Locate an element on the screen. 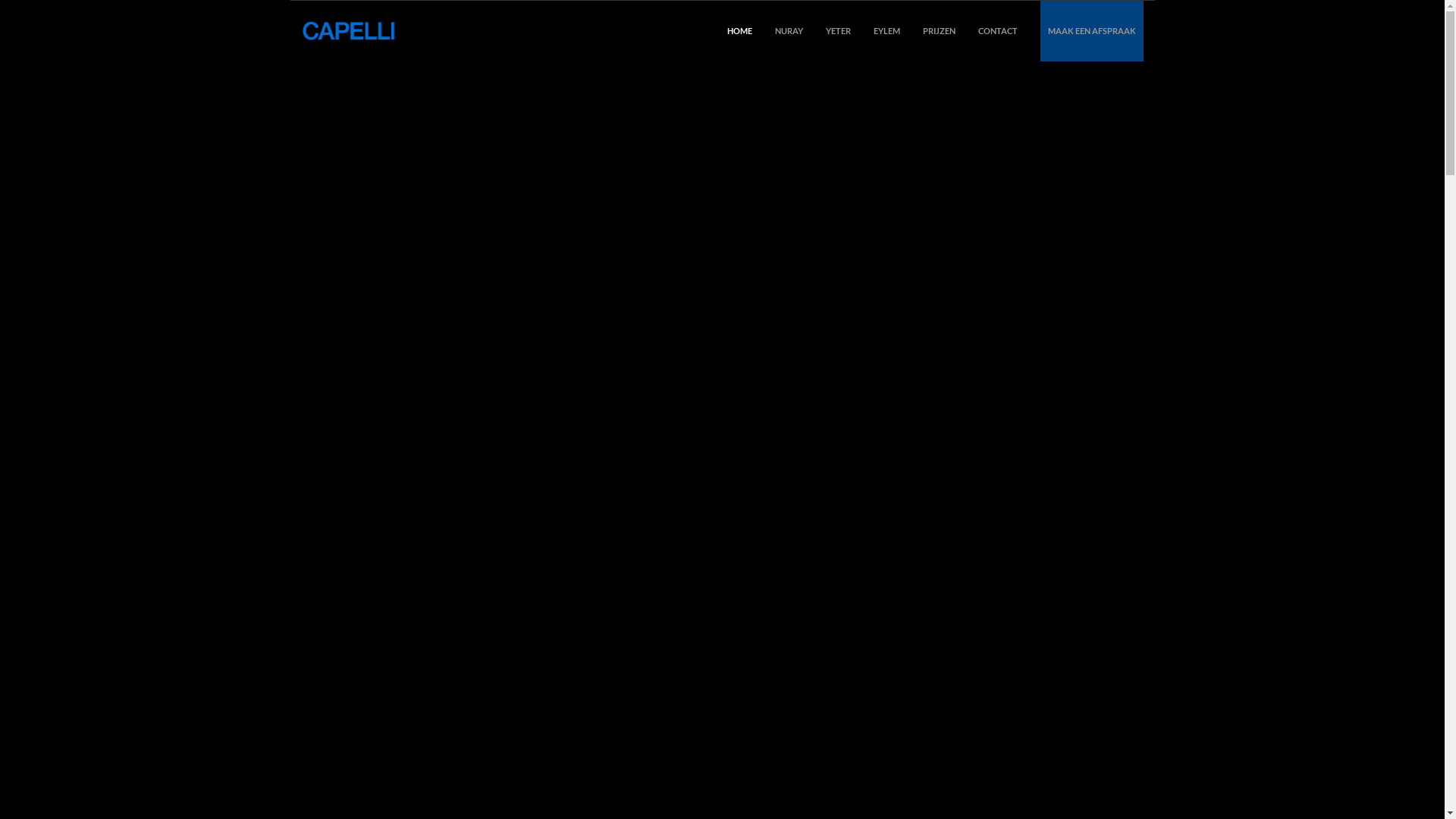  'HOME' is located at coordinates (726, 31).